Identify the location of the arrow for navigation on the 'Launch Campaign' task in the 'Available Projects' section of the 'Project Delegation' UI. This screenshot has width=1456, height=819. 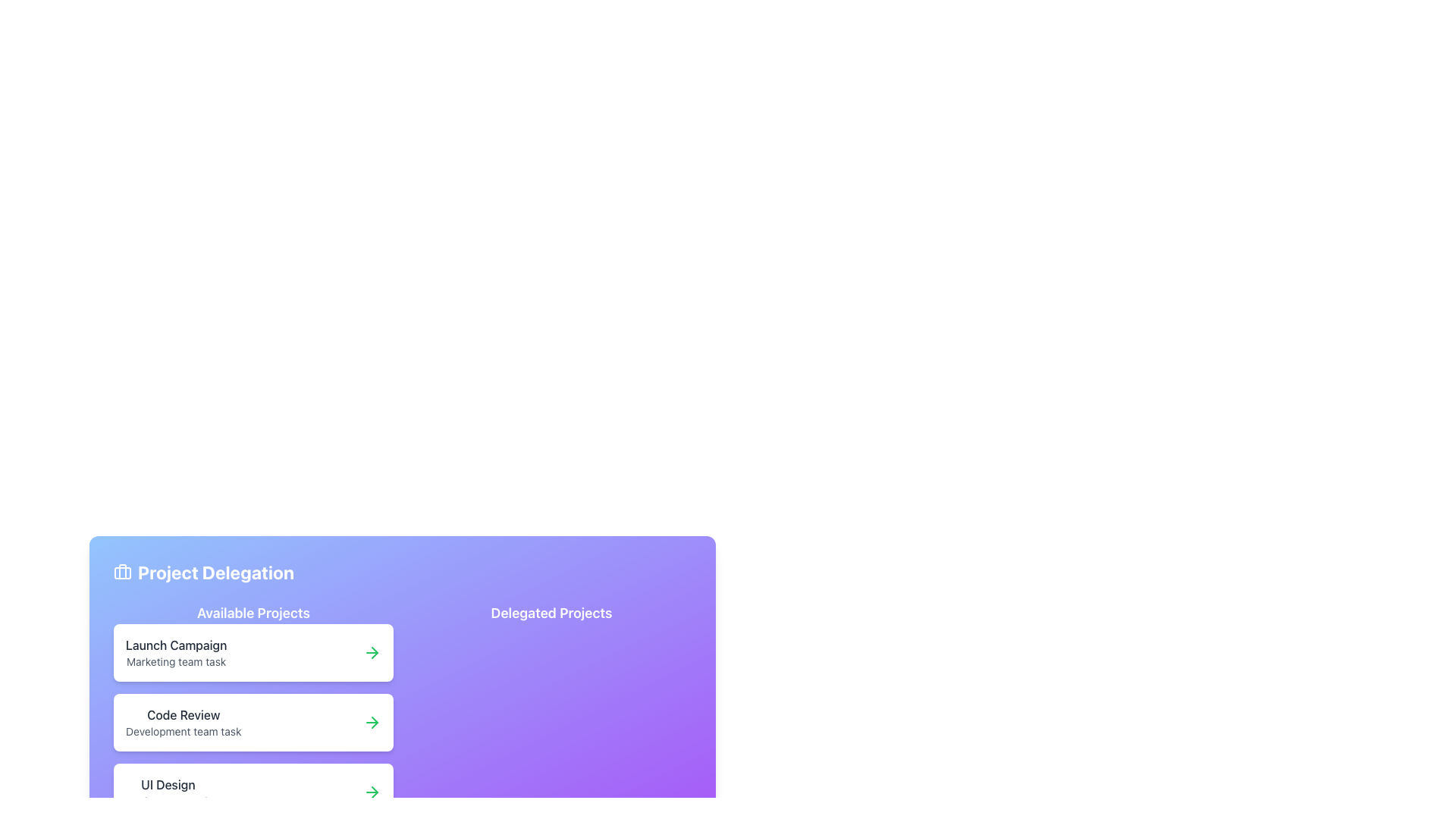
(253, 651).